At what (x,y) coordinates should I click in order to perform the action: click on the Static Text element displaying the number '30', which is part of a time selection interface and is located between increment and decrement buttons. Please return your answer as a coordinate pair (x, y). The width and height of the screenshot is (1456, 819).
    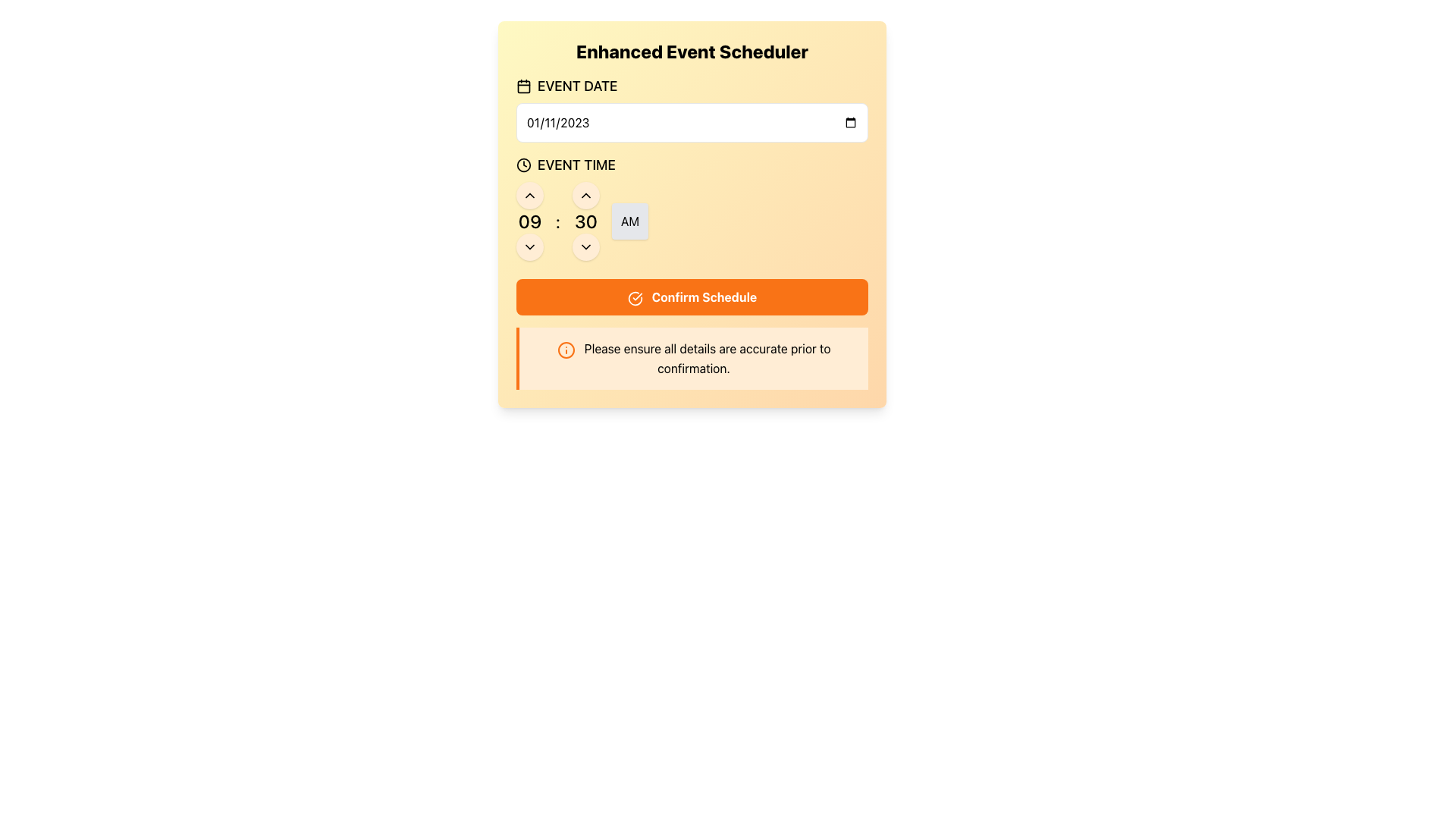
    Looking at the image, I should click on (585, 221).